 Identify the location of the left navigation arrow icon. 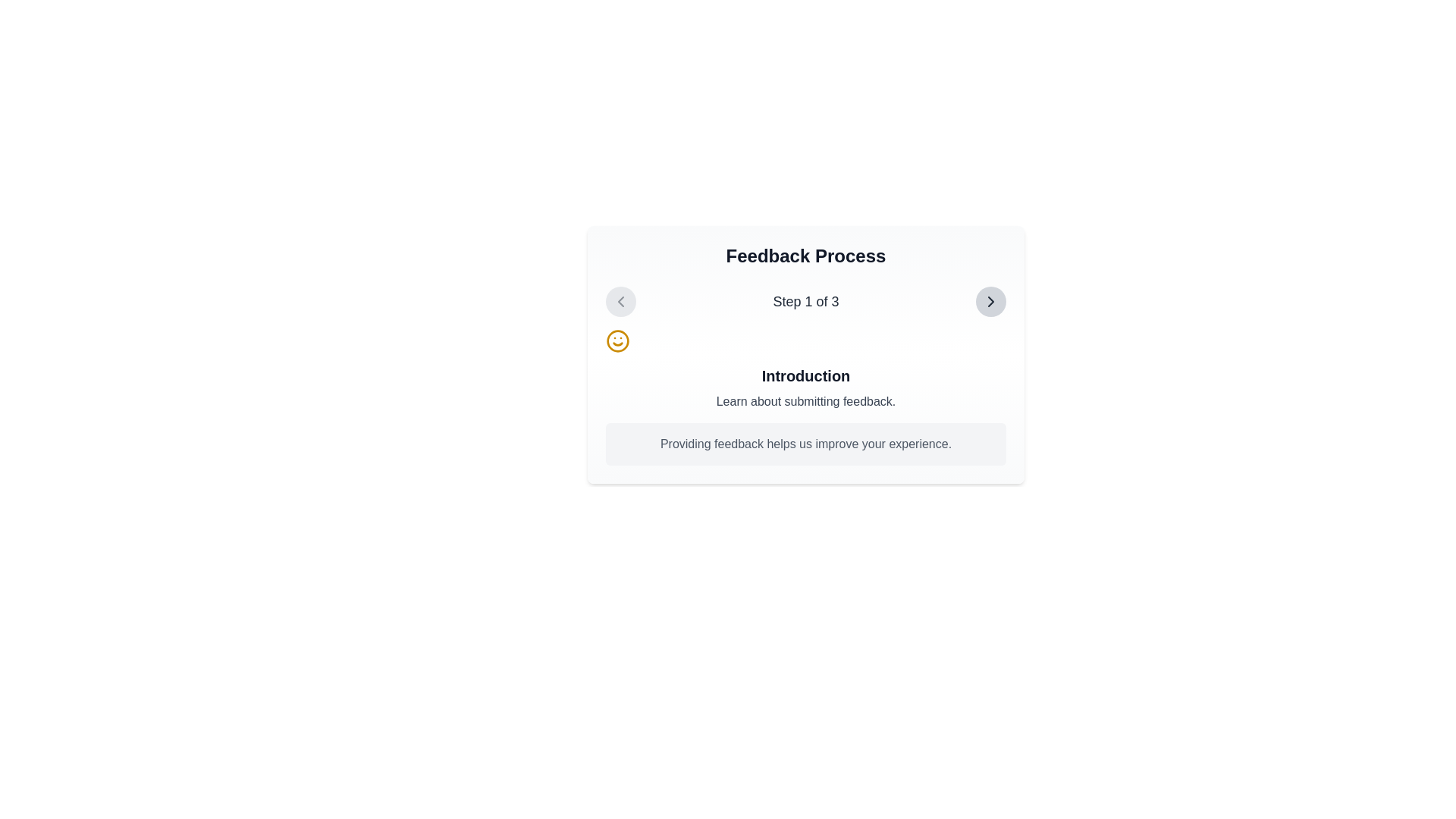
(621, 301).